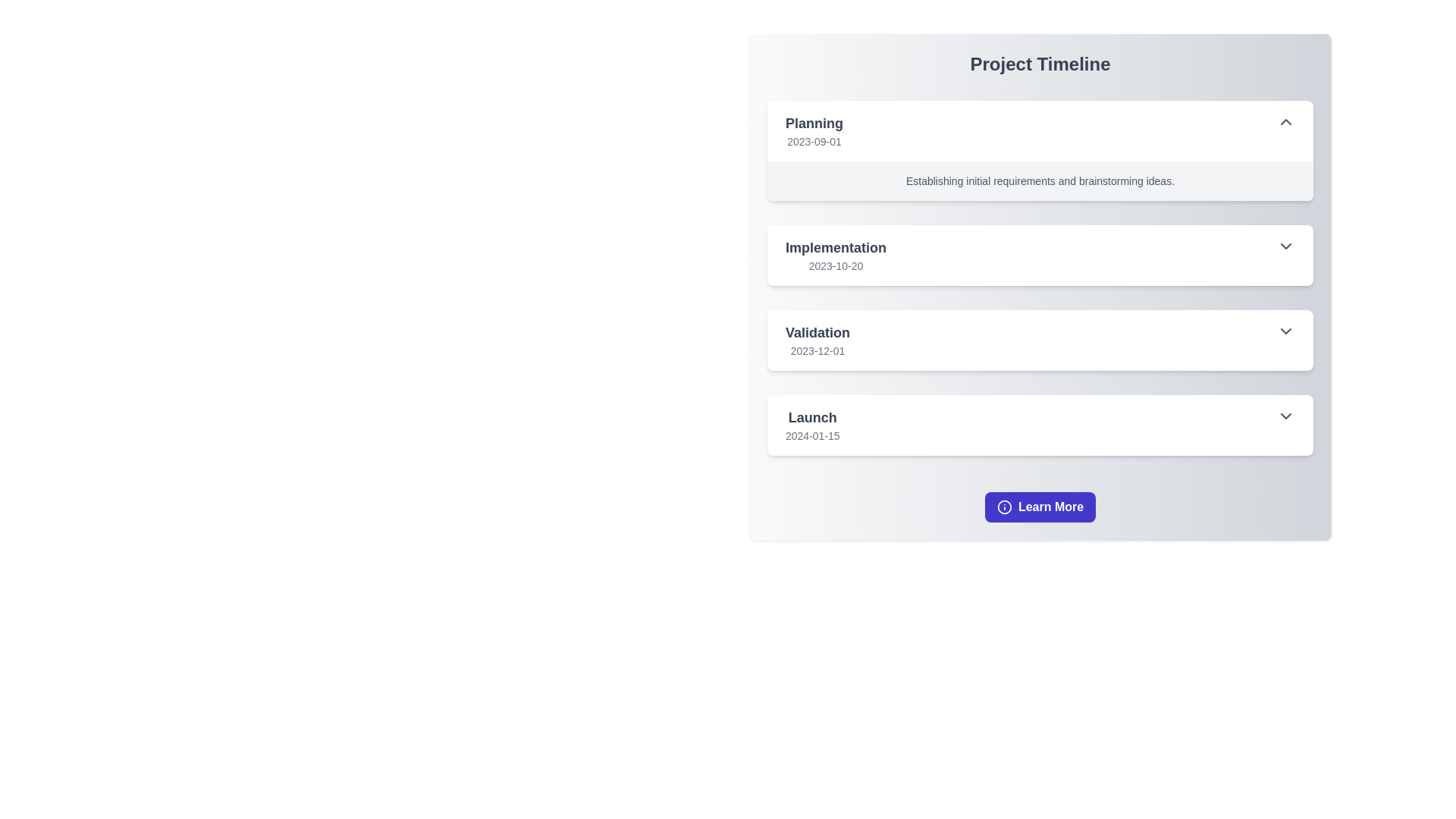 The width and height of the screenshot is (1456, 819). I want to click on text value '2023-09-01' displayed in a small gray font located under the bold 'Planning' title within the first card of the vertical timeline list, so click(814, 141).